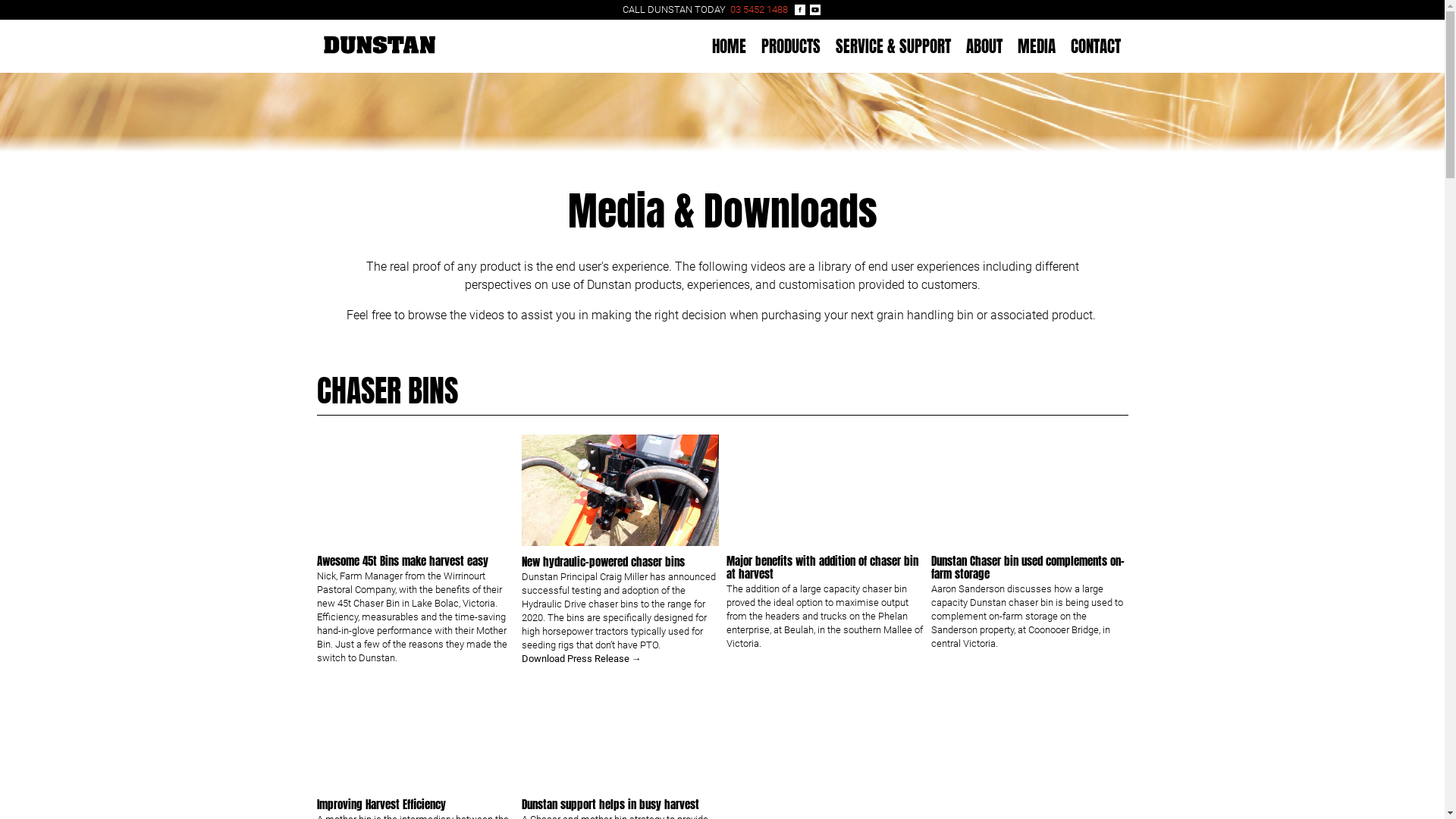 This screenshot has height=819, width=1456. What do you see at coordinates (387, 390) in the screenshot?
I see `'CHASER BINS'` at bounding box center [387, 390].